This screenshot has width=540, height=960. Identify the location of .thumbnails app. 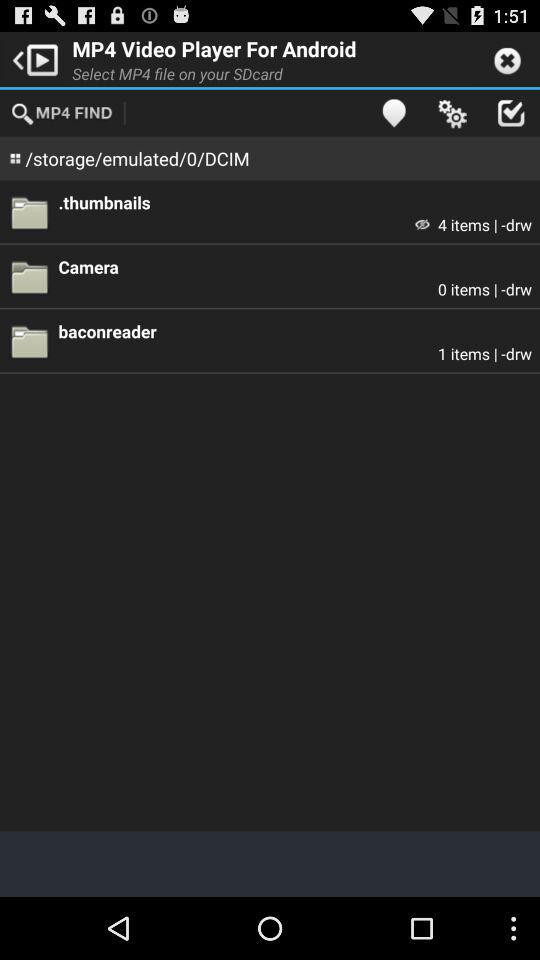
(294, 202).